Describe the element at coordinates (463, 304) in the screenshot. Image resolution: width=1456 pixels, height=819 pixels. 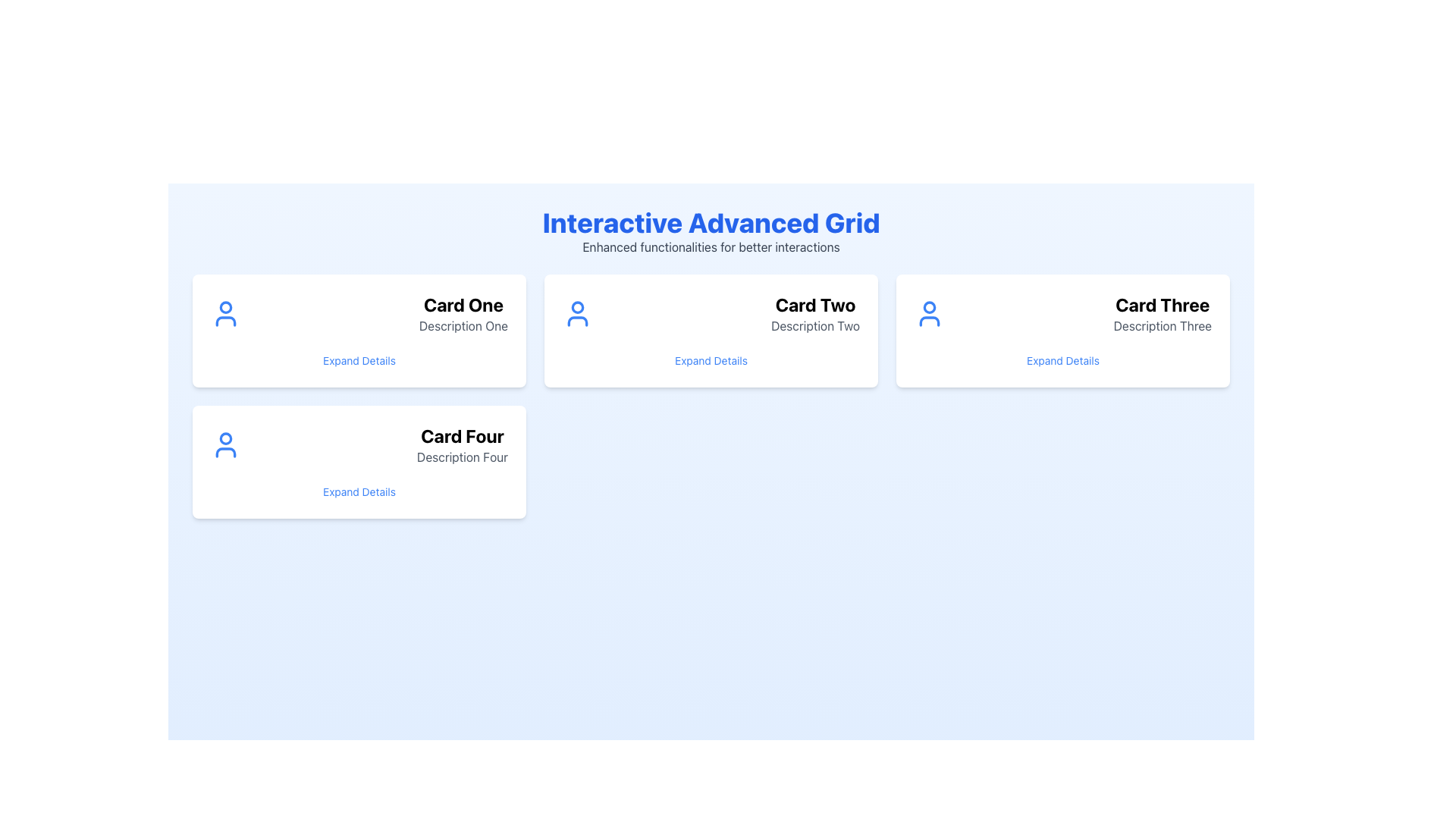
I see `the Text Label that serves as the title for the card, positioned above 'Description One' in the upper left quadrant of the grid layout` at that location.